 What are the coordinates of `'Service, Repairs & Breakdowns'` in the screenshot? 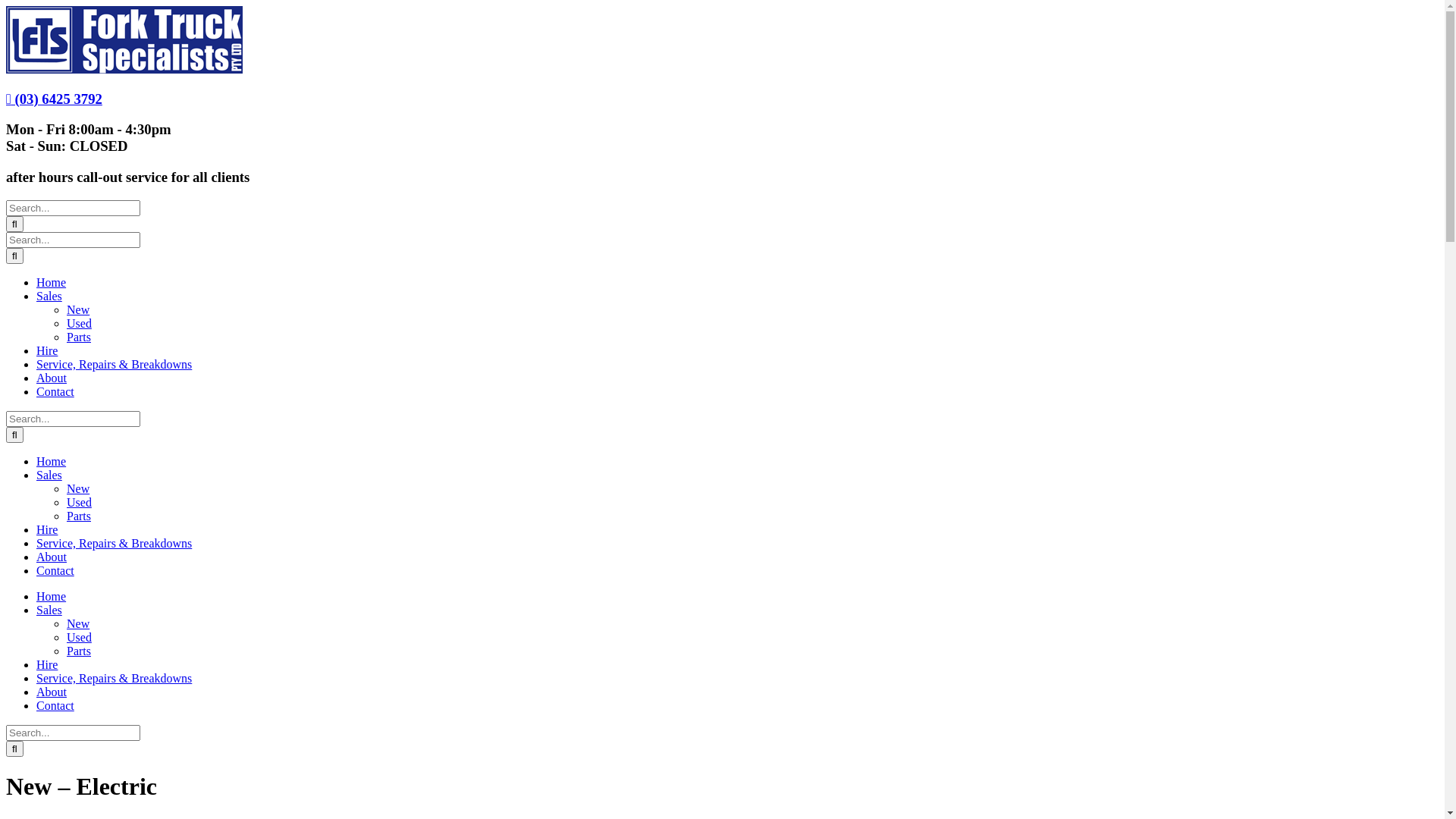 It's located at (36, 542).